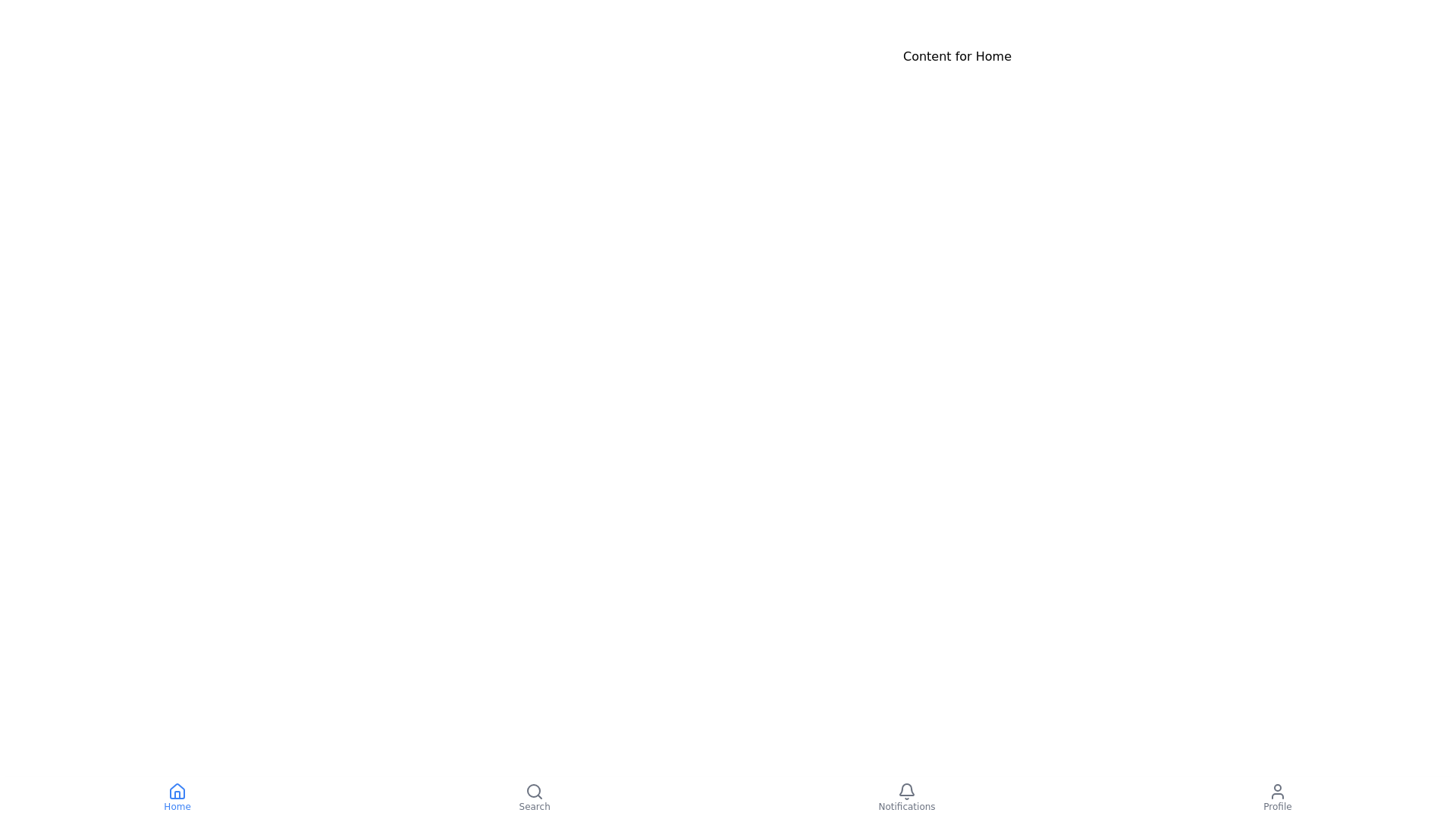  I want to click on the 'Home' text label in the bottom navigation bar, which is positioned directly underneath the house icon, so click(177, 806).